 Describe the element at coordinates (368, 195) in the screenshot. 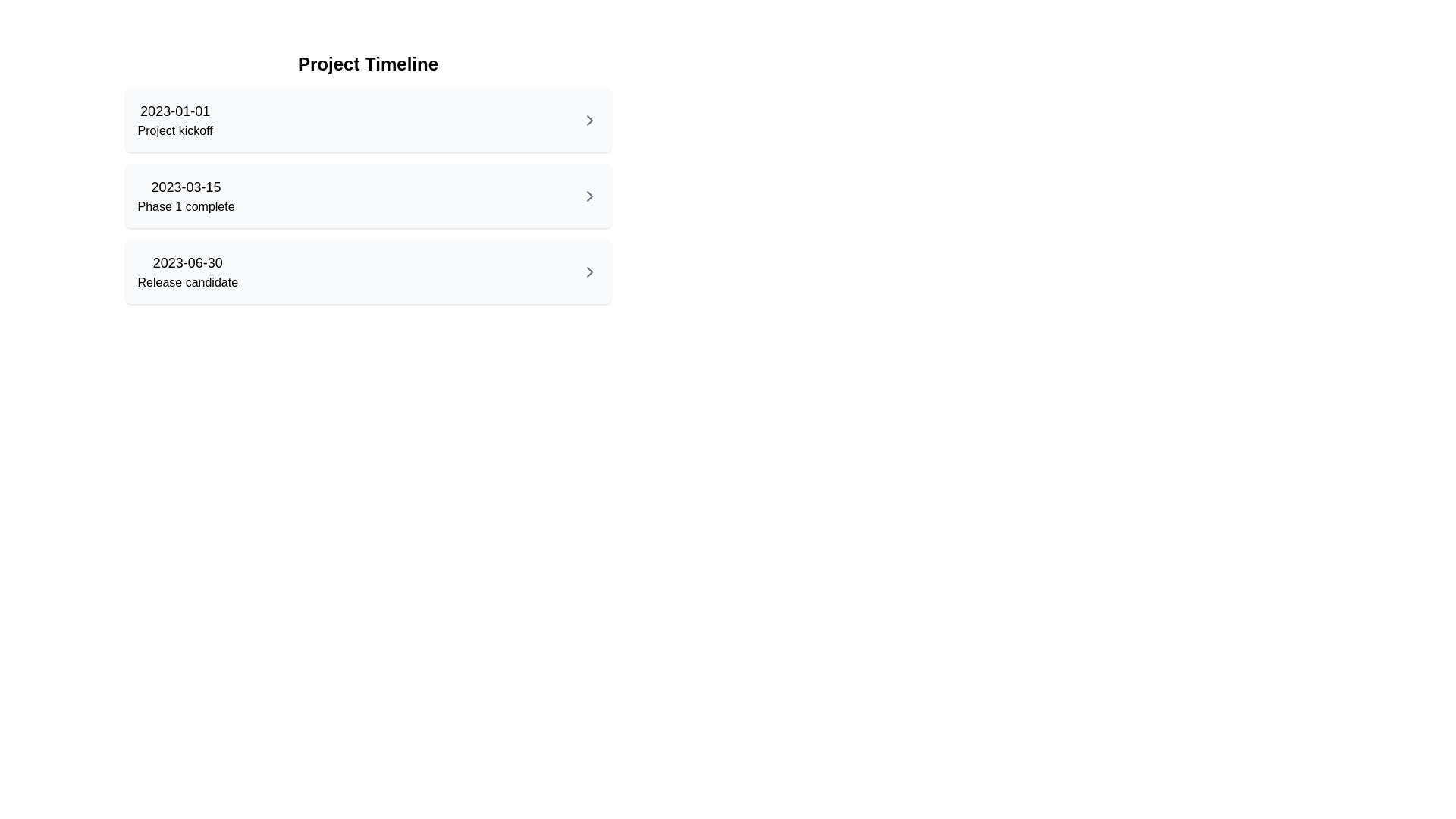

I see `the second list item, which displays the date '2023-03-15' and the description 'Phase 1 complete'` at that location.